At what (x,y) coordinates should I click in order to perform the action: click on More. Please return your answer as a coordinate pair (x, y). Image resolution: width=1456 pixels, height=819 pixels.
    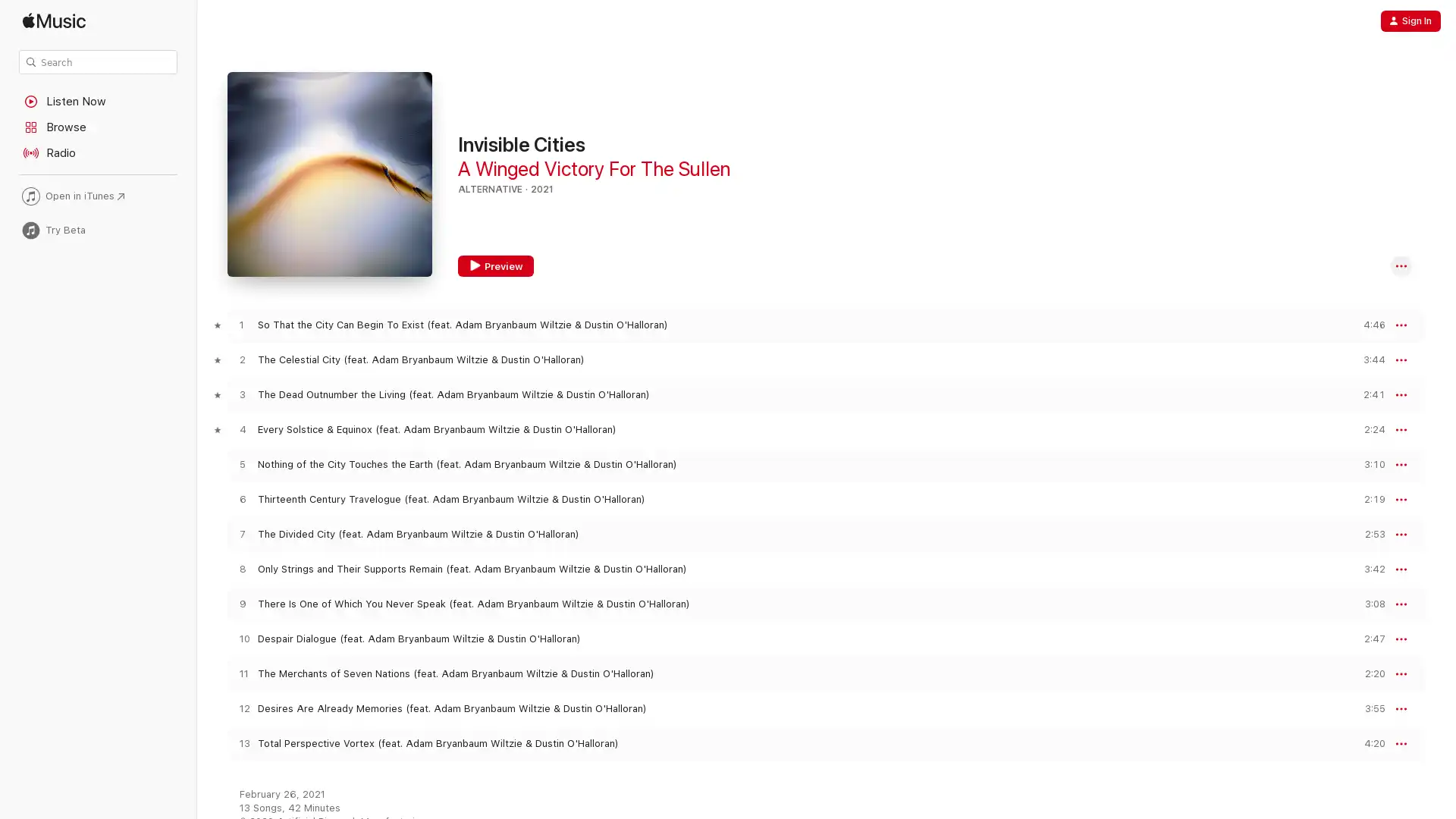
    Looking at the image, I should click on (1401, 500).